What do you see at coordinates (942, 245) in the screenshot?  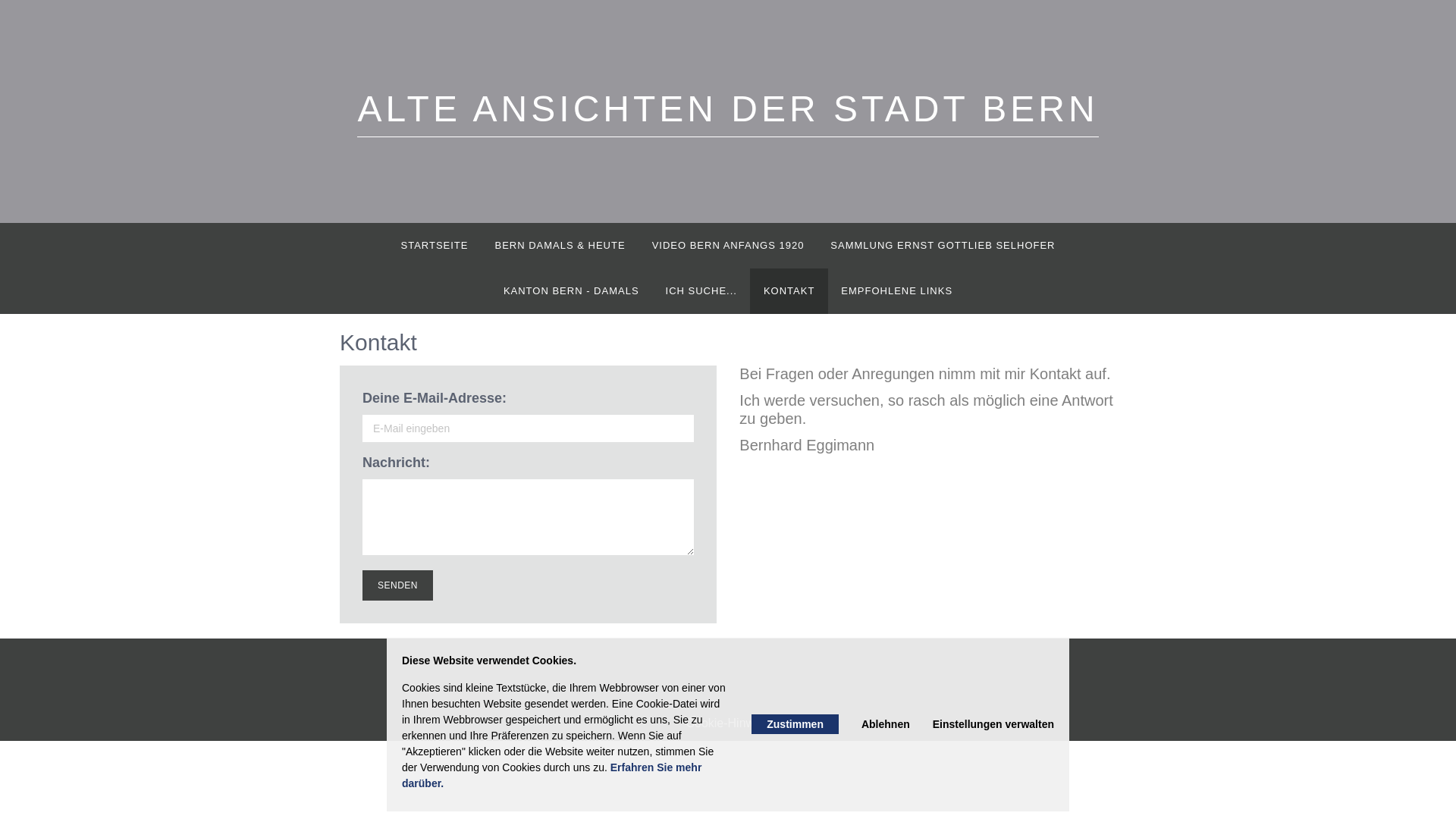 I see `'SAMMLUNG ERNST GOTTLIEB SELHOFER'` at bounding box center [942, 245].